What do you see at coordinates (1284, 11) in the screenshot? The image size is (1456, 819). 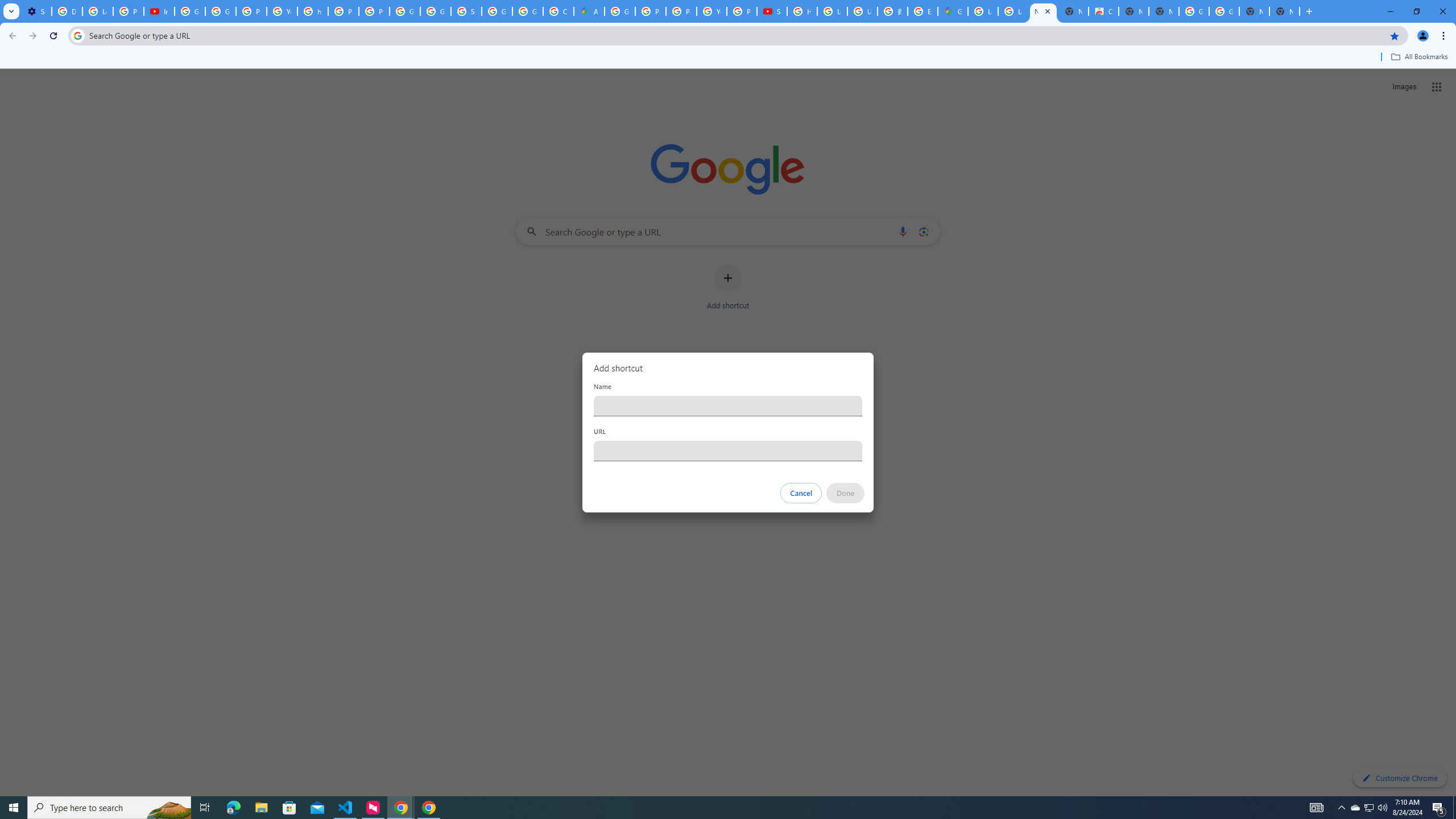 I see `'New Tab'` at bounding box center [1284, 11].